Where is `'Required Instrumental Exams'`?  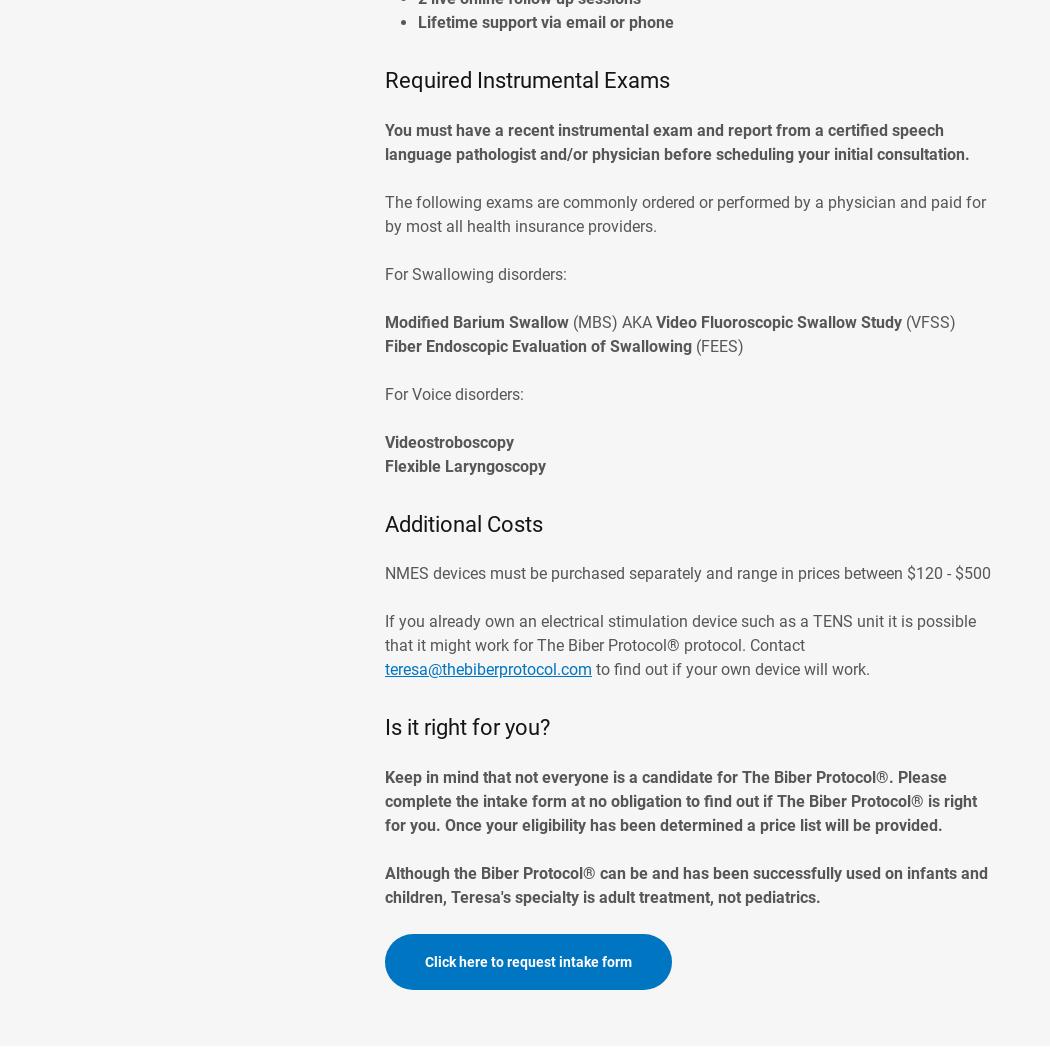 'Required Instrumental Exams' is located at coordinates (527, 80).